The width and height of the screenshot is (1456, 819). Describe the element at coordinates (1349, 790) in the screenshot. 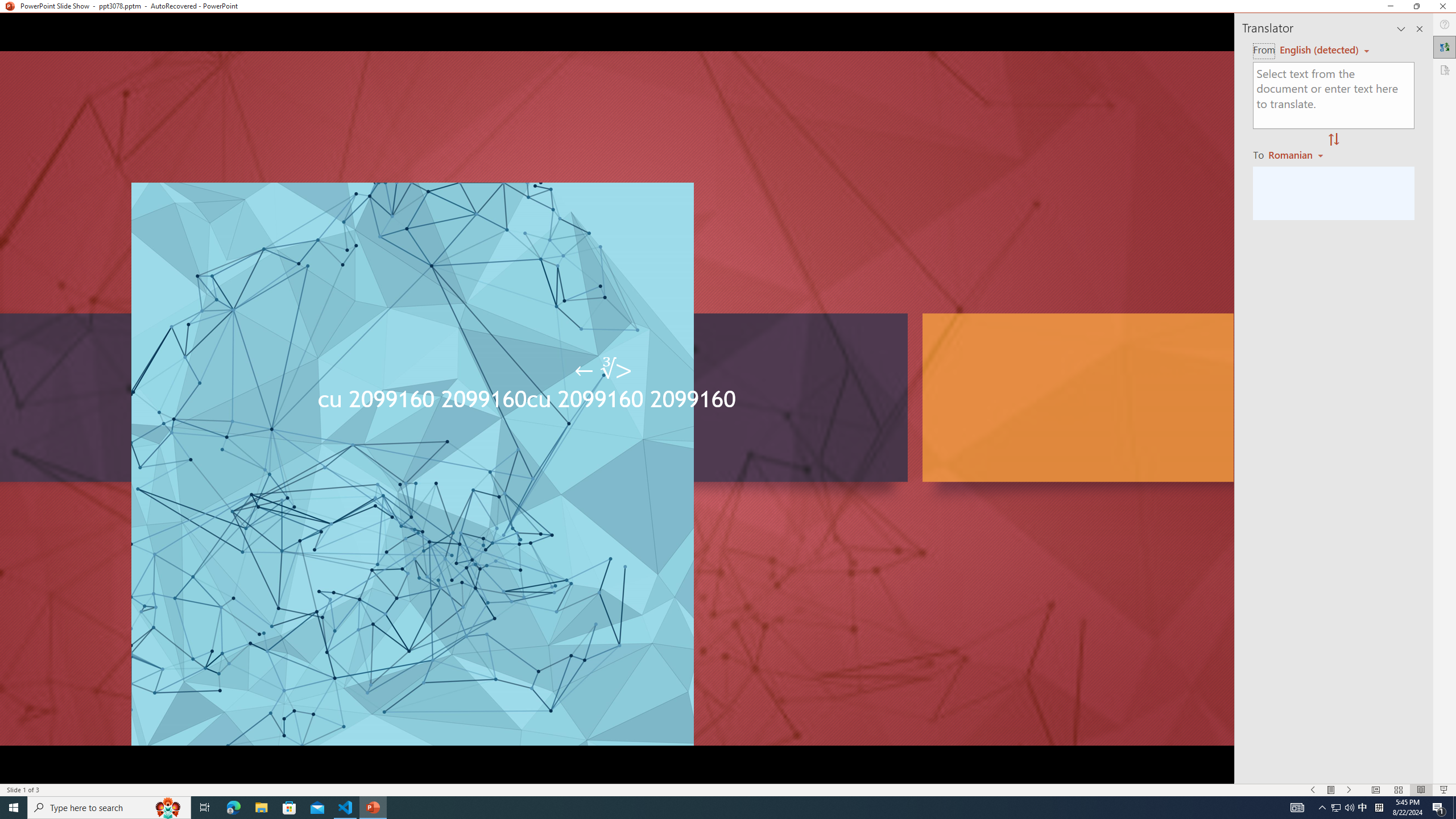

I see `'Slide Show Next On'` at that location.